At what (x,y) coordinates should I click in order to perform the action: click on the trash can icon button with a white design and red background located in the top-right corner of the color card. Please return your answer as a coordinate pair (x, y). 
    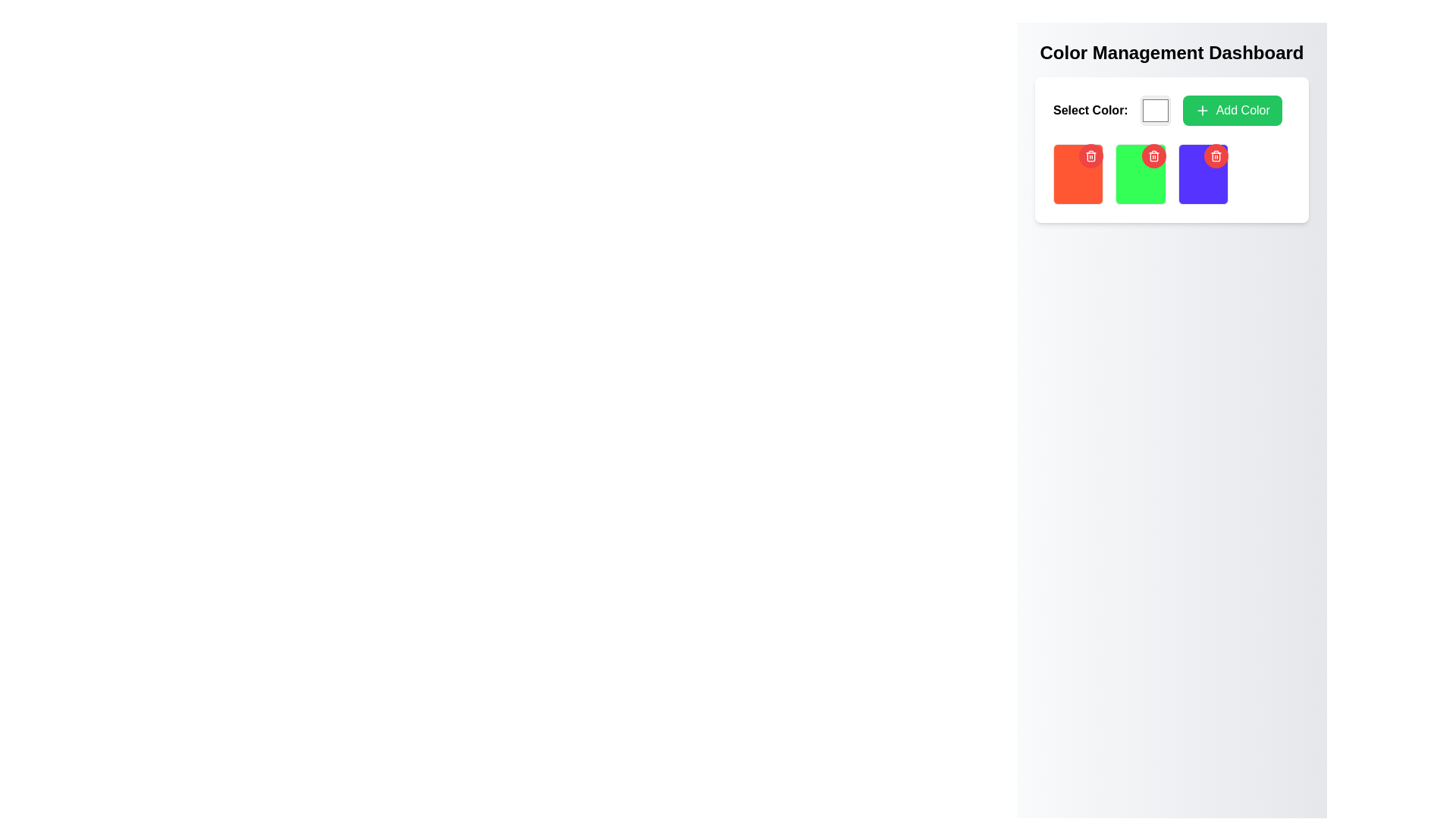
    Looking at the image, I should click on (1153, 155).